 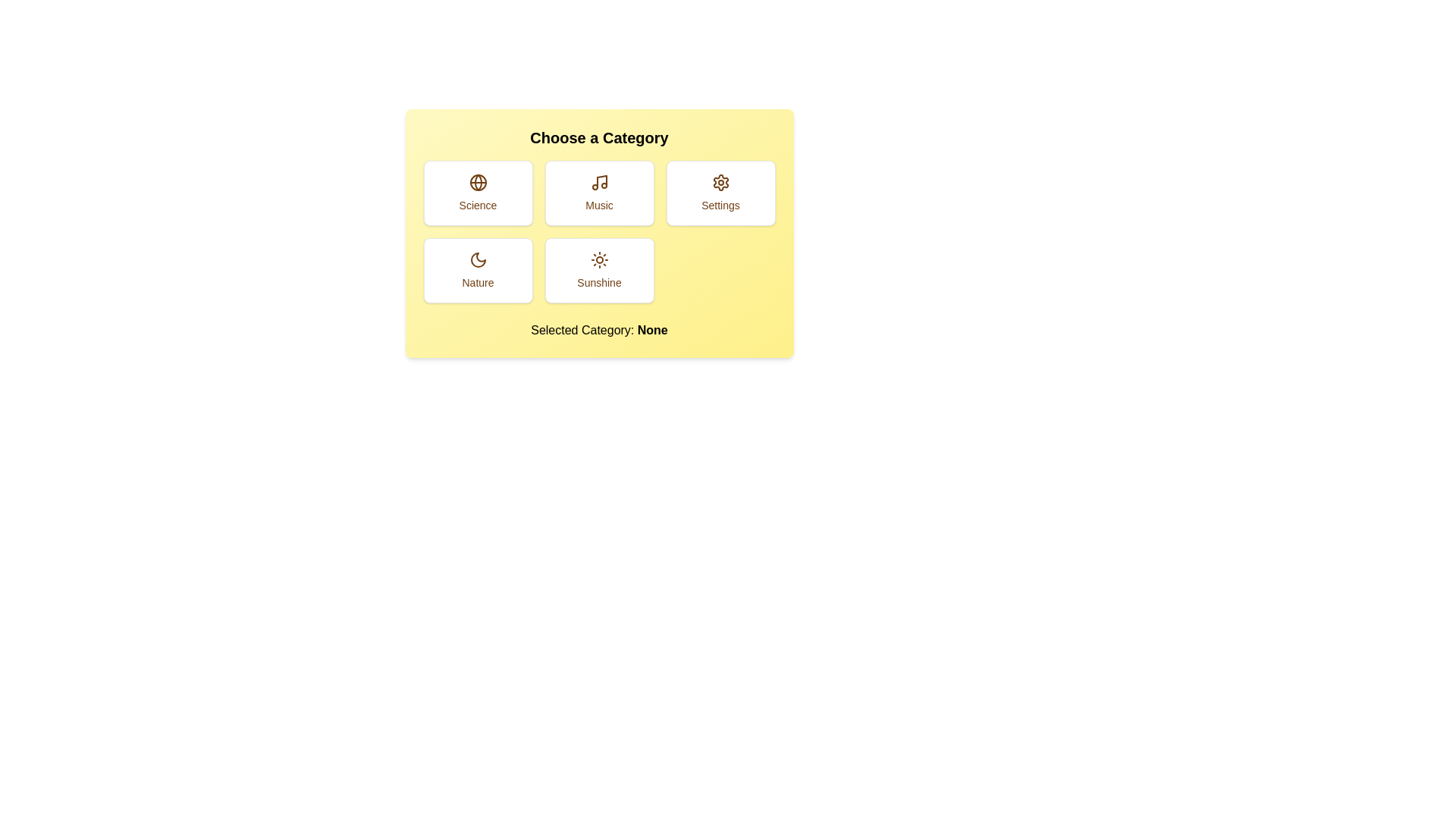 What do you see at coordinates (598, 181) in the screenshot?
I see `the 'Music' icon, which is represented by a musical note within the button labeled 'Music' in the selection grid` at bounding box center [598, 181].